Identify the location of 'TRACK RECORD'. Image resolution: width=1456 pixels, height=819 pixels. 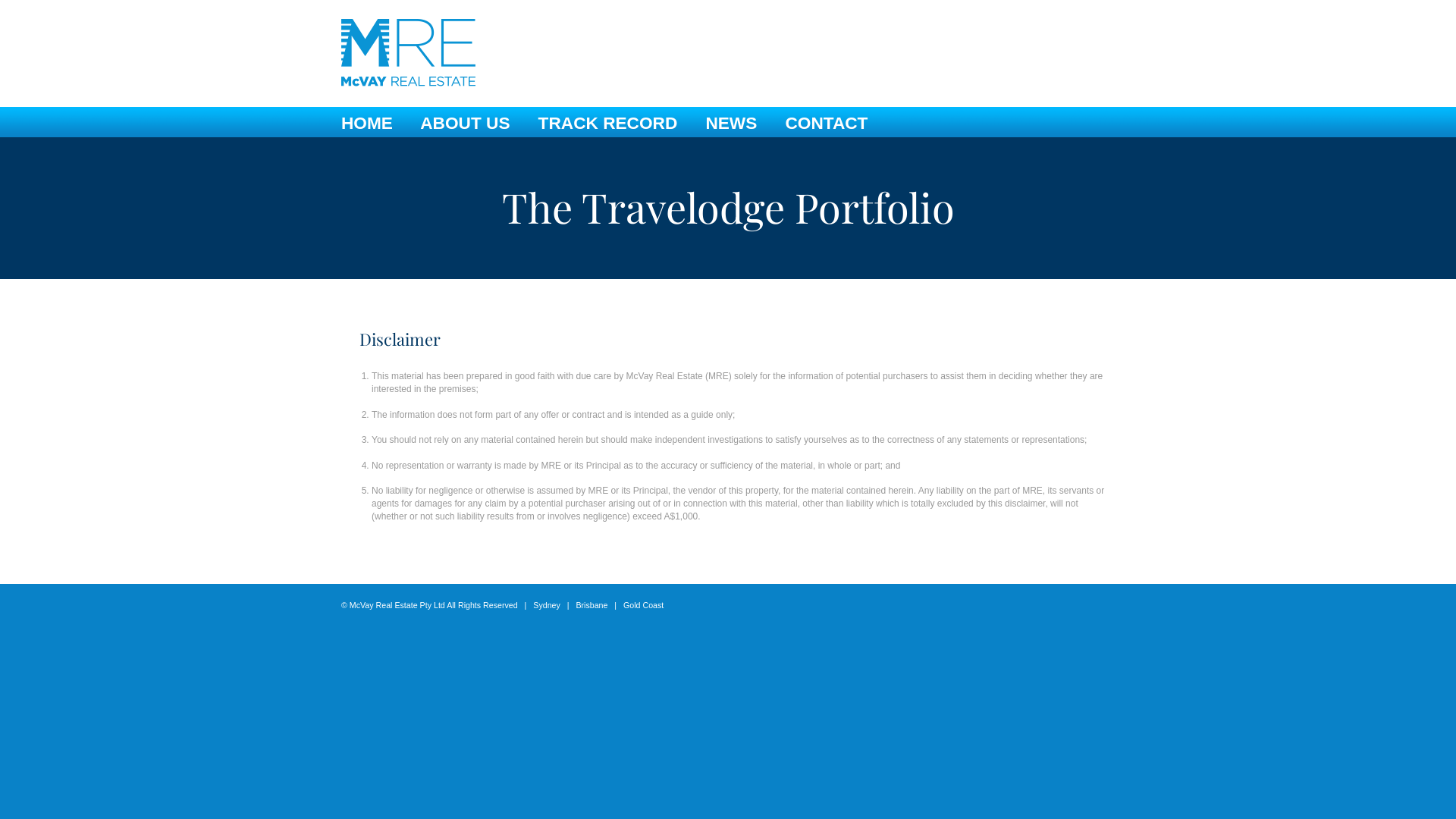
(607, 122).